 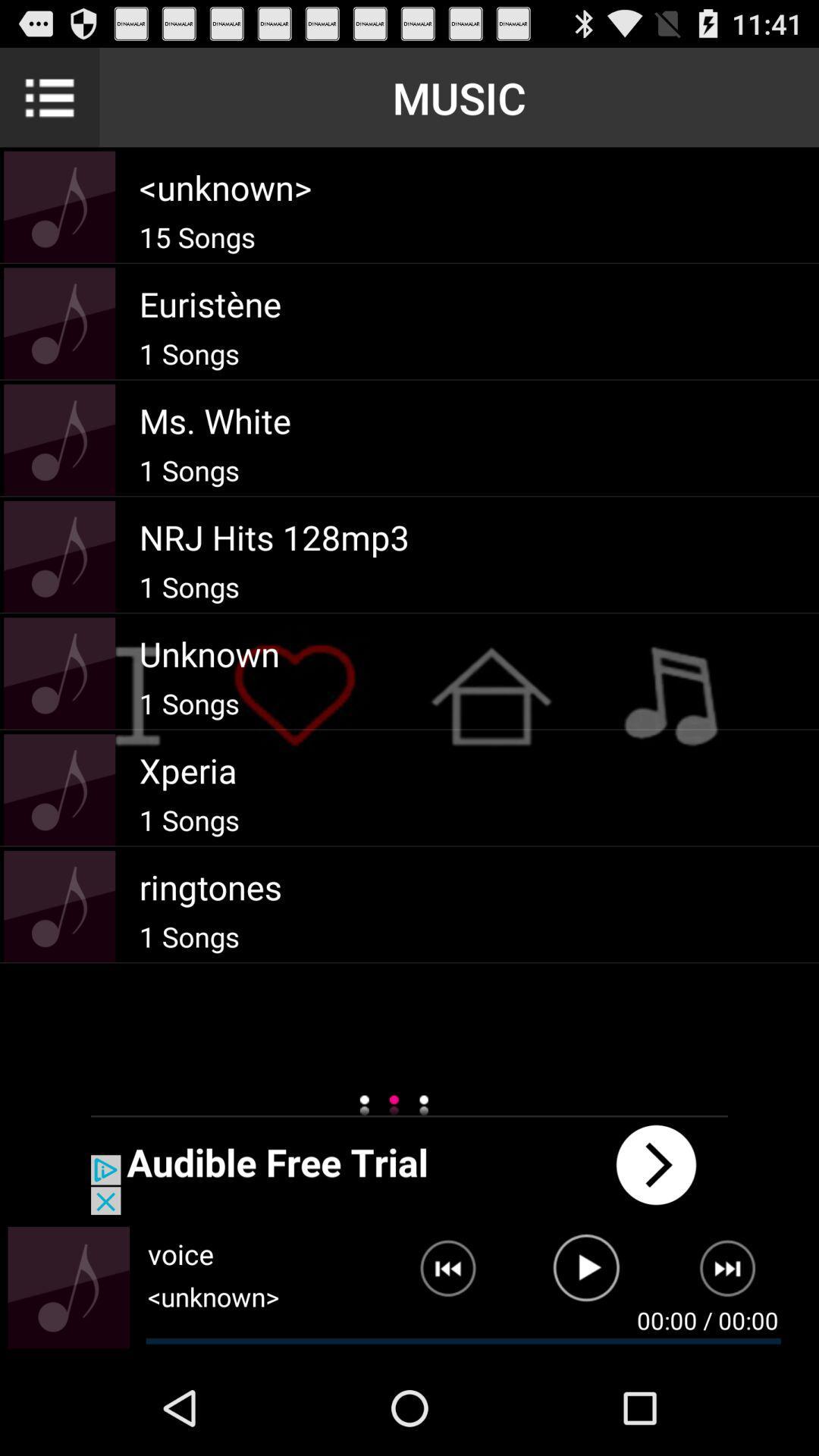 What do you see at coordinates (736, 1274) in the screenshot?
I see `skip` at bounding box center [736, 1274].